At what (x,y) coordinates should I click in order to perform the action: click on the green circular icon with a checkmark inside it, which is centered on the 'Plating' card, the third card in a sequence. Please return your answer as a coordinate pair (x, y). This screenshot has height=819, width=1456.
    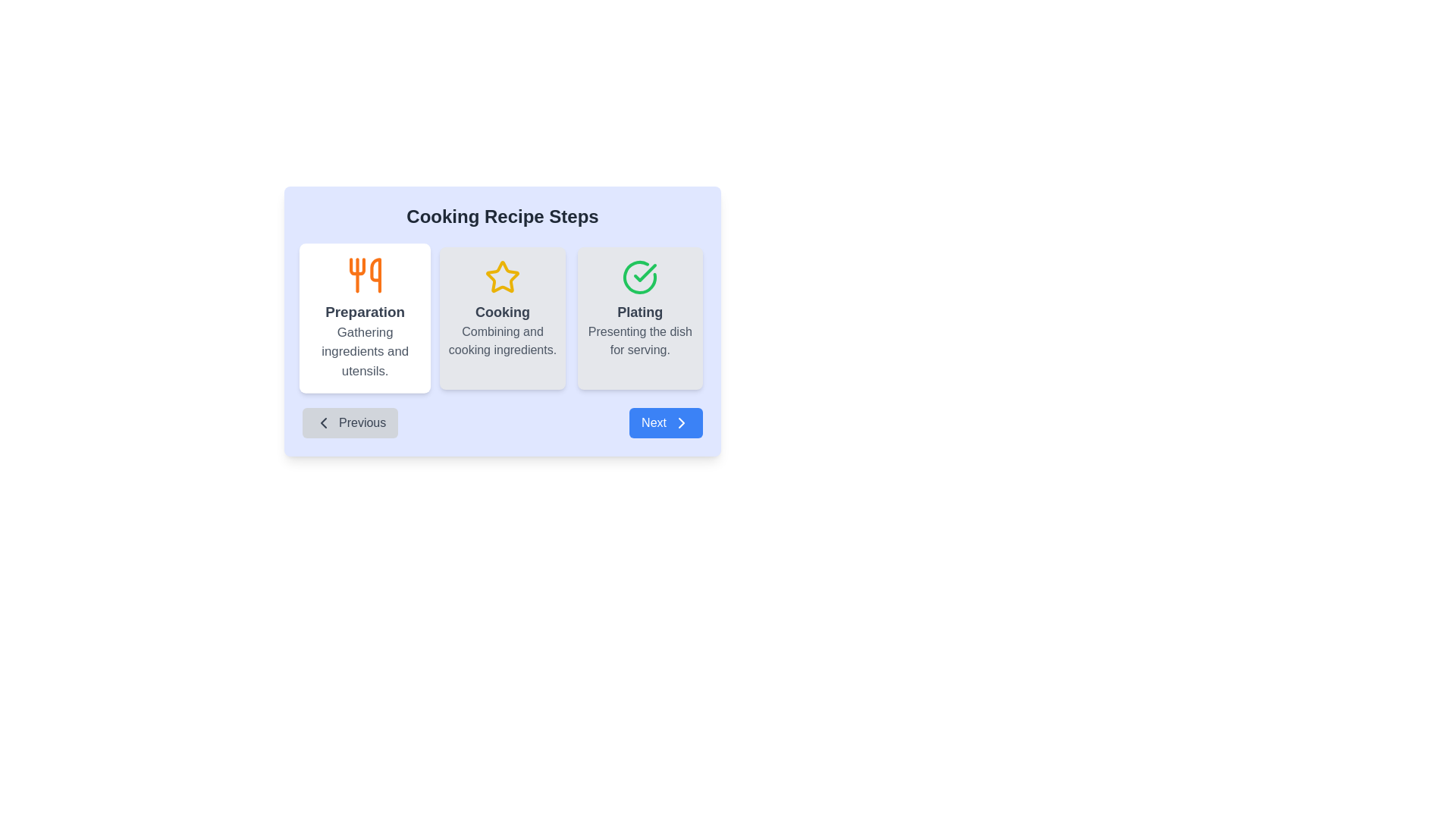
    Looking at the image, I should click on (640, 278).